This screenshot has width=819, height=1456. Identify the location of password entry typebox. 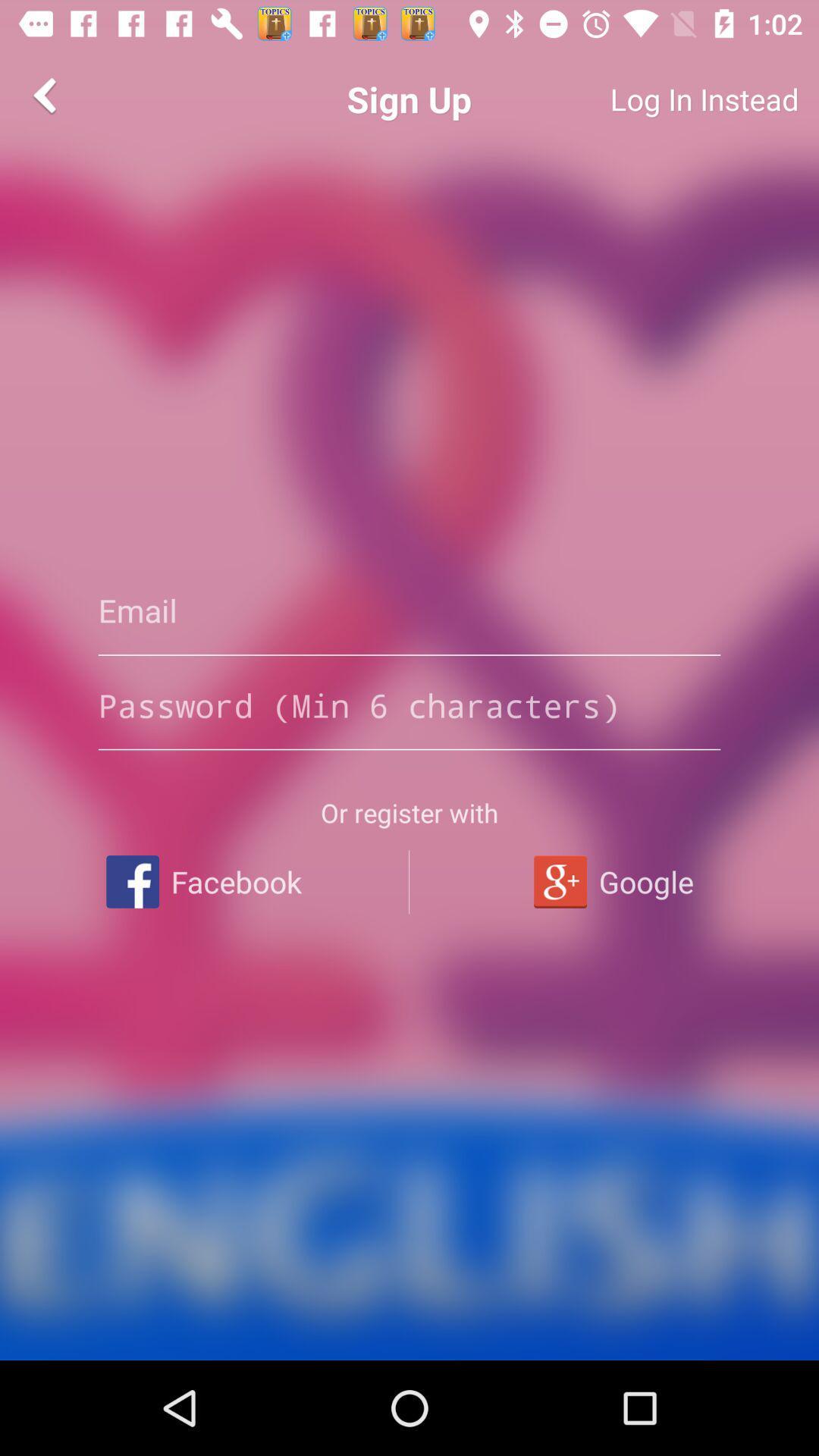
(409, 704).